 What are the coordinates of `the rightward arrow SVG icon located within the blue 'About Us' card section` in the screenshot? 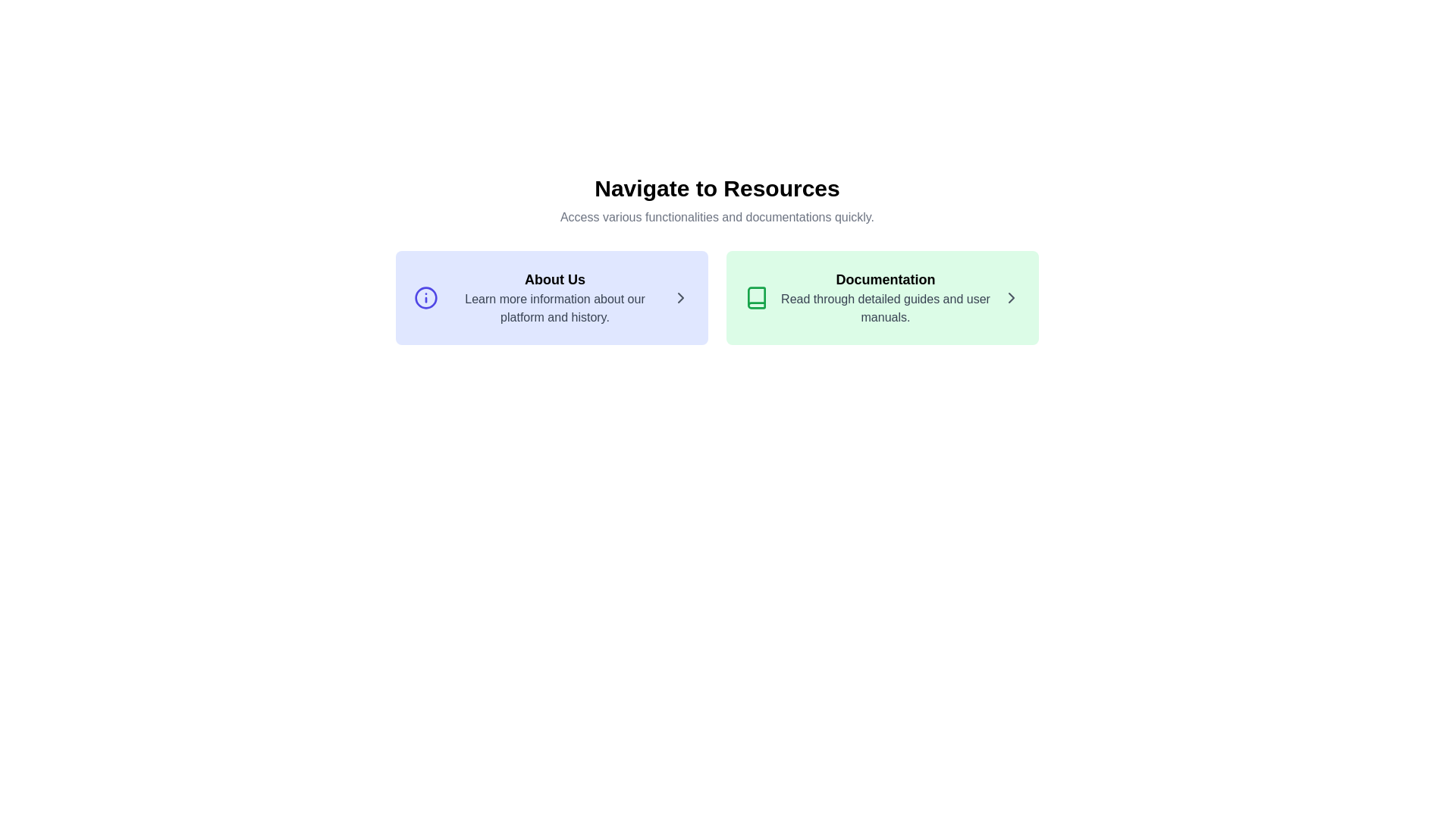 It's located at (679, 298).